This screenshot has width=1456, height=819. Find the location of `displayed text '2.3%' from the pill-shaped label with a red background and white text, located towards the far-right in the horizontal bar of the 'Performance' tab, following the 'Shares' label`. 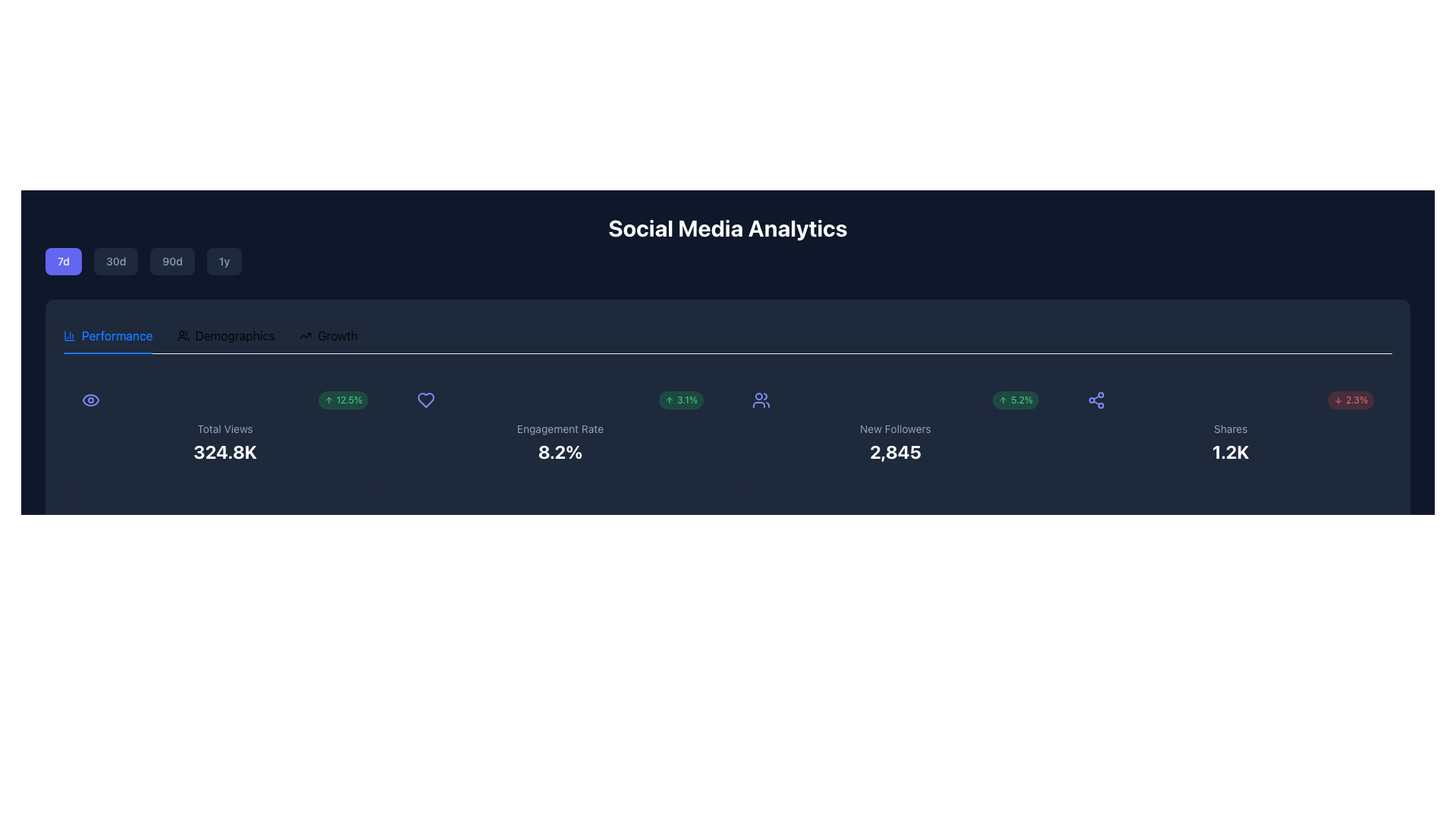

displayed text '2.3%' from the pill-shaped label with a red background and white text, located towards the far-right in the horizontal bar of the 'Performance' tab, following the 'Shares' label is located at coordinates (1351, 400).